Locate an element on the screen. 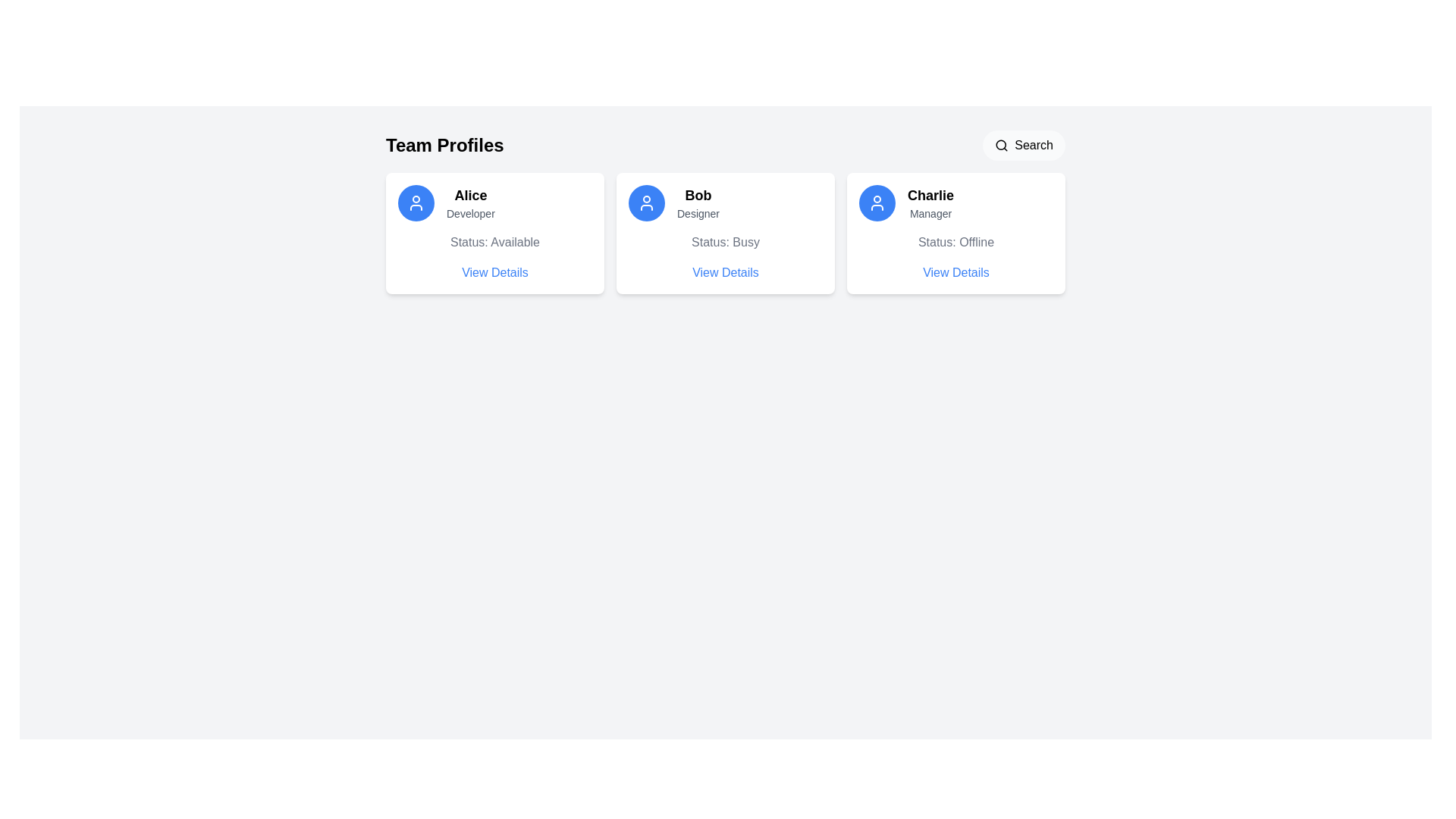 The width and height of the screenshot is (1456, 819). text label indicating the occupation or role title of 'Alice', which is positioned directly below the header text 'Alice' in the profile card is located at coordinates (469, 213).